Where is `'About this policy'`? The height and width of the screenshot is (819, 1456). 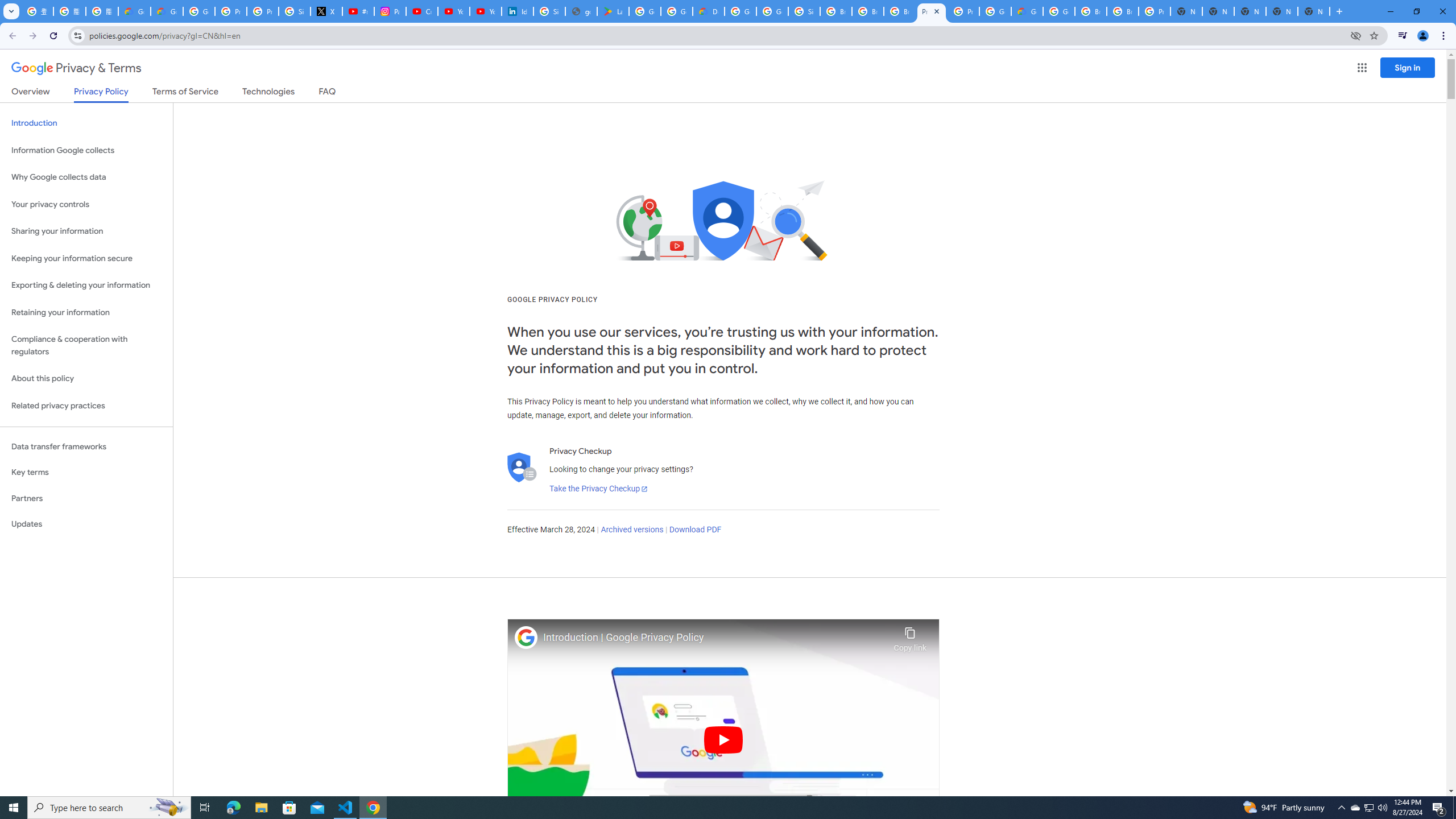 'About this policy' is located at coordinates (86, 379).